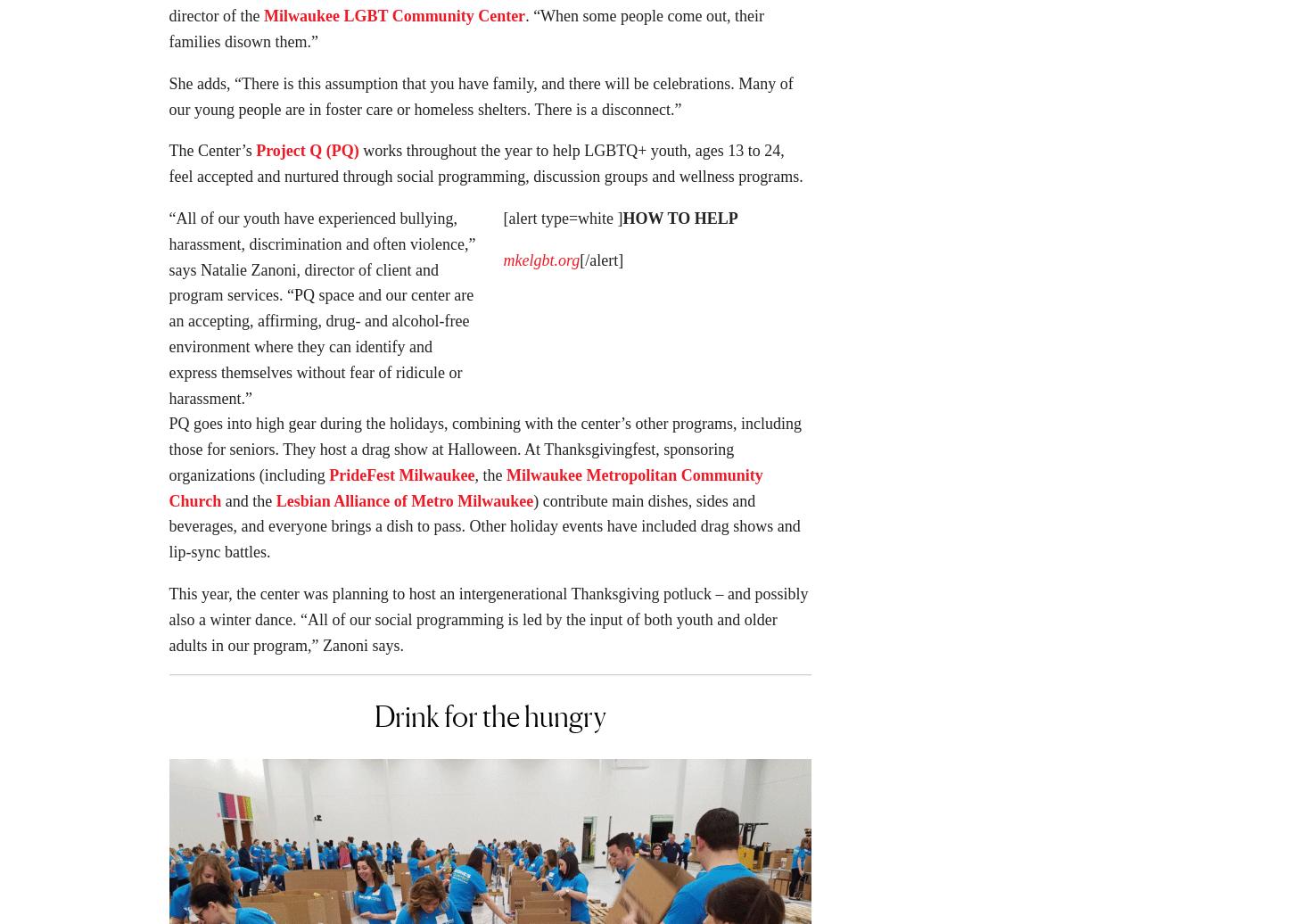  I want to click on '[alert type=white ]', so click(562, 224).